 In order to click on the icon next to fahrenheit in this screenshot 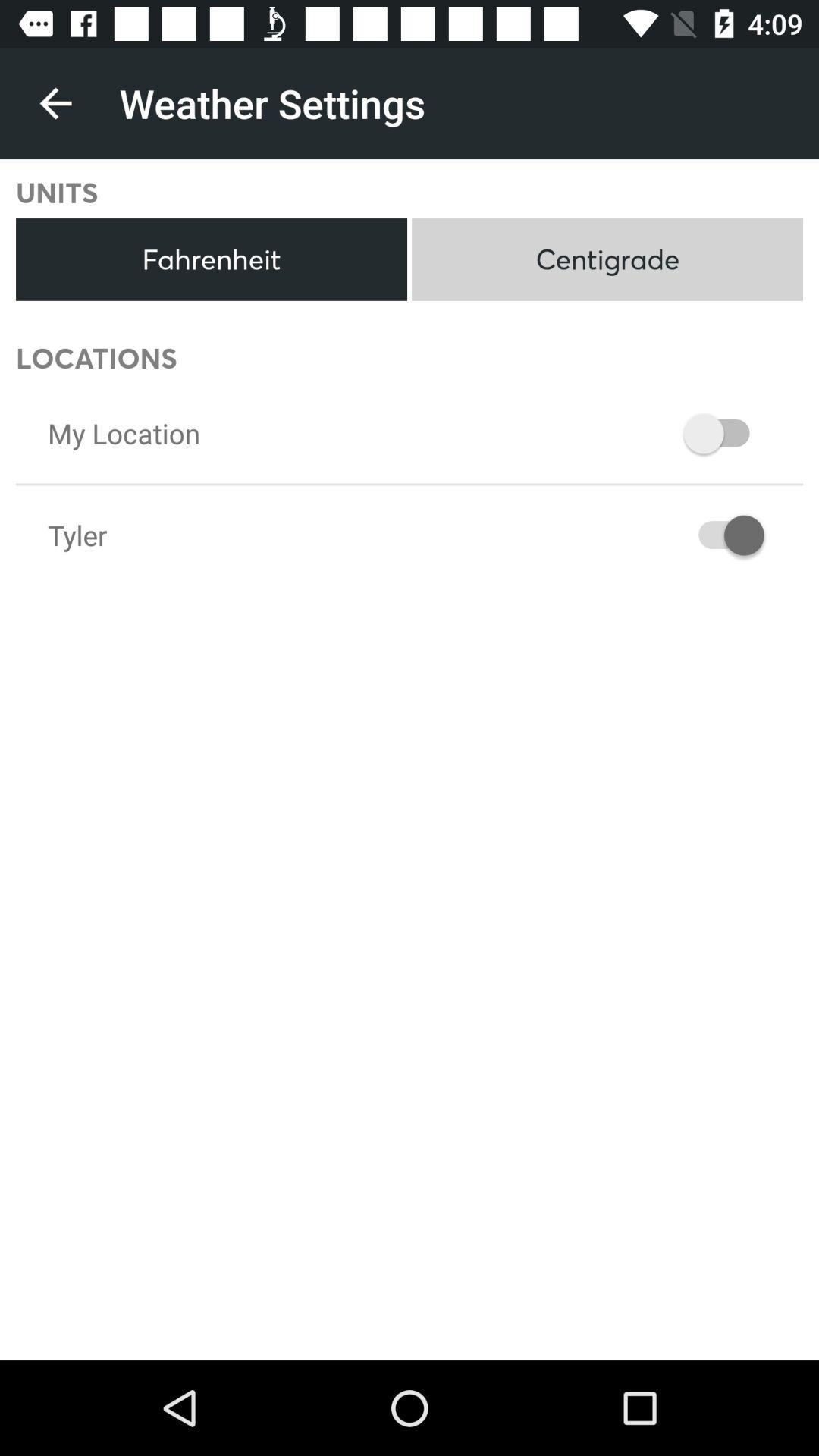, I will do `click(607, 259)`.